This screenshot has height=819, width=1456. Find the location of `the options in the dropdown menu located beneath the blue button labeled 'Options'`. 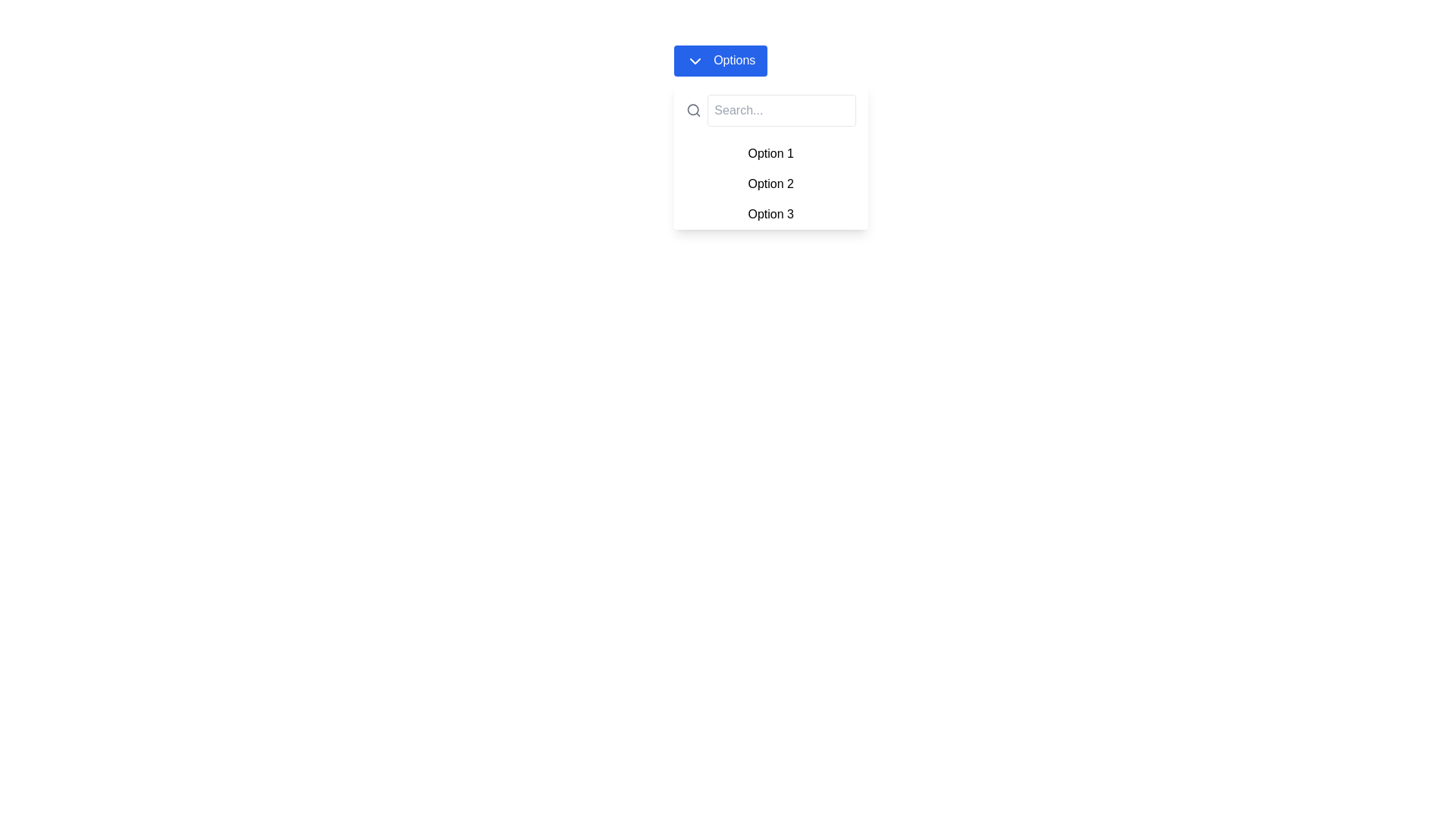

the options in the dropdown menu located beneath the blue button labeled 'Options' is located at coordinates (770, 155).